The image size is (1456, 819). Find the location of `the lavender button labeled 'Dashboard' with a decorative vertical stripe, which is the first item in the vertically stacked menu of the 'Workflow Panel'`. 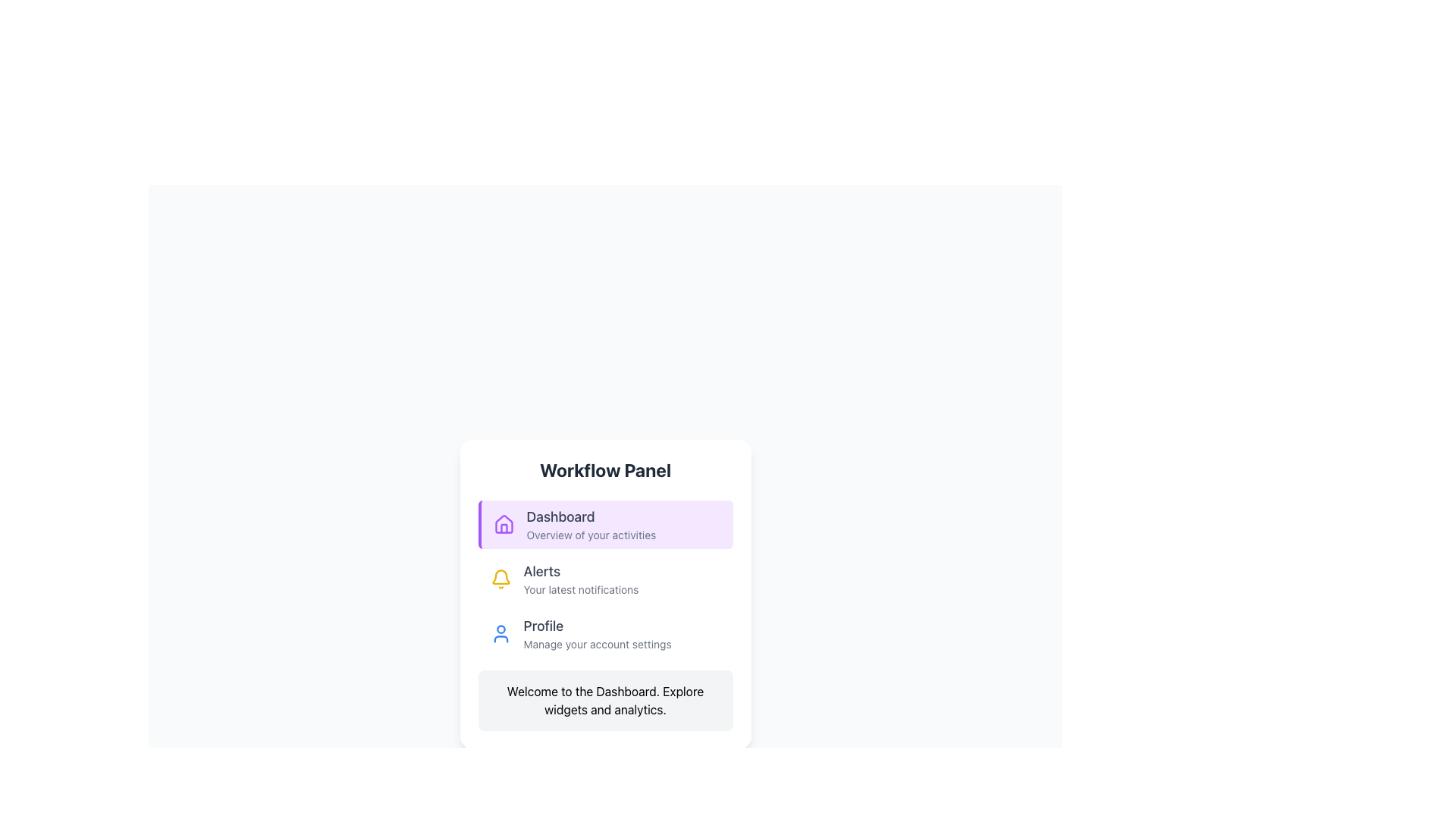

the lavender button labeled 'Dashboard' with a decorative vertical stripe, which is the first item in the vertically stacked menu of the 'Workflow Panel' is located at coordinates (604, 523).